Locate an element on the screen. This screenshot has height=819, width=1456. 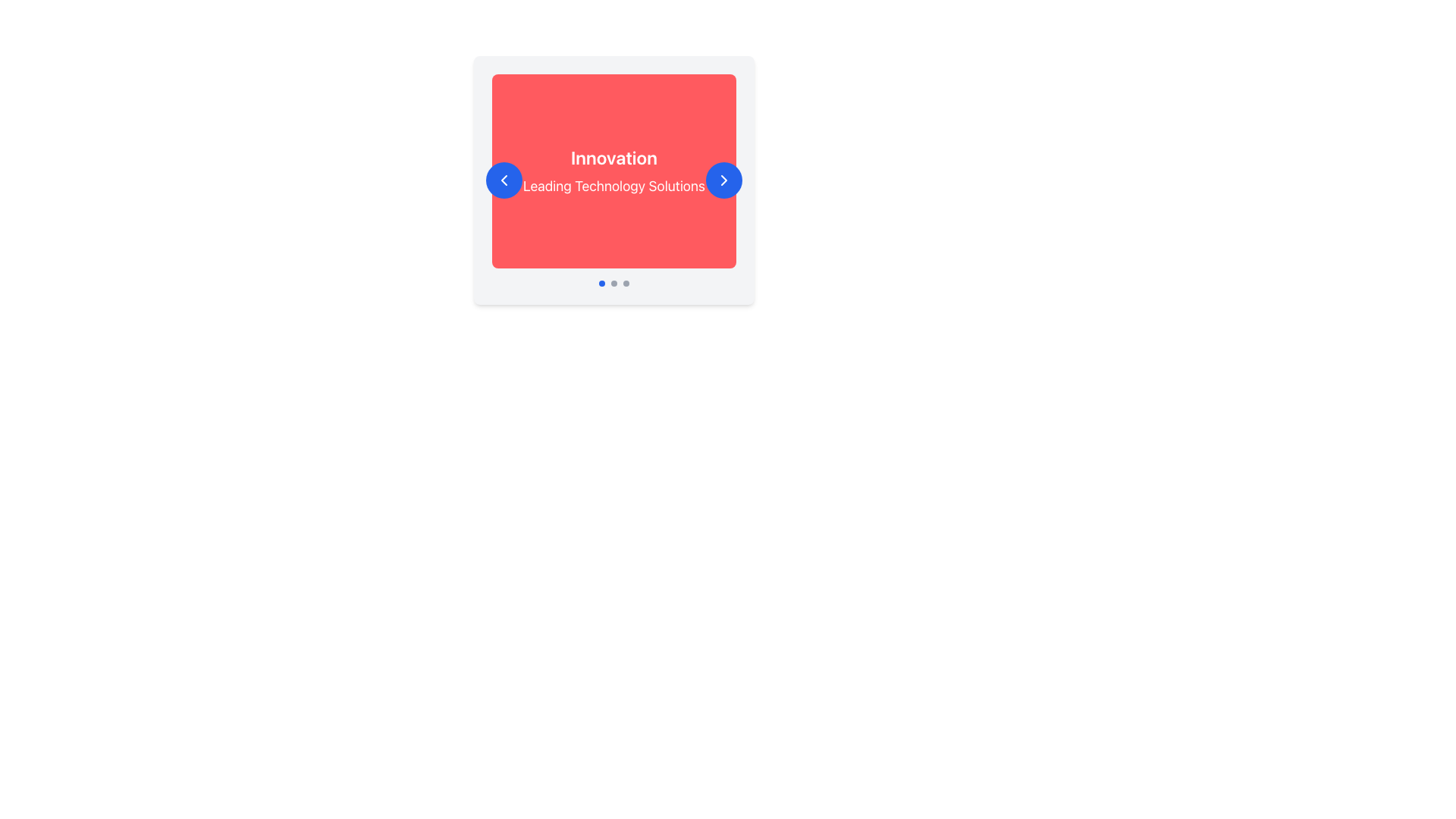
the right-facing chevron arrow within the circular blue button located to the right of the highlighted content is located at coordinates (723, 180).